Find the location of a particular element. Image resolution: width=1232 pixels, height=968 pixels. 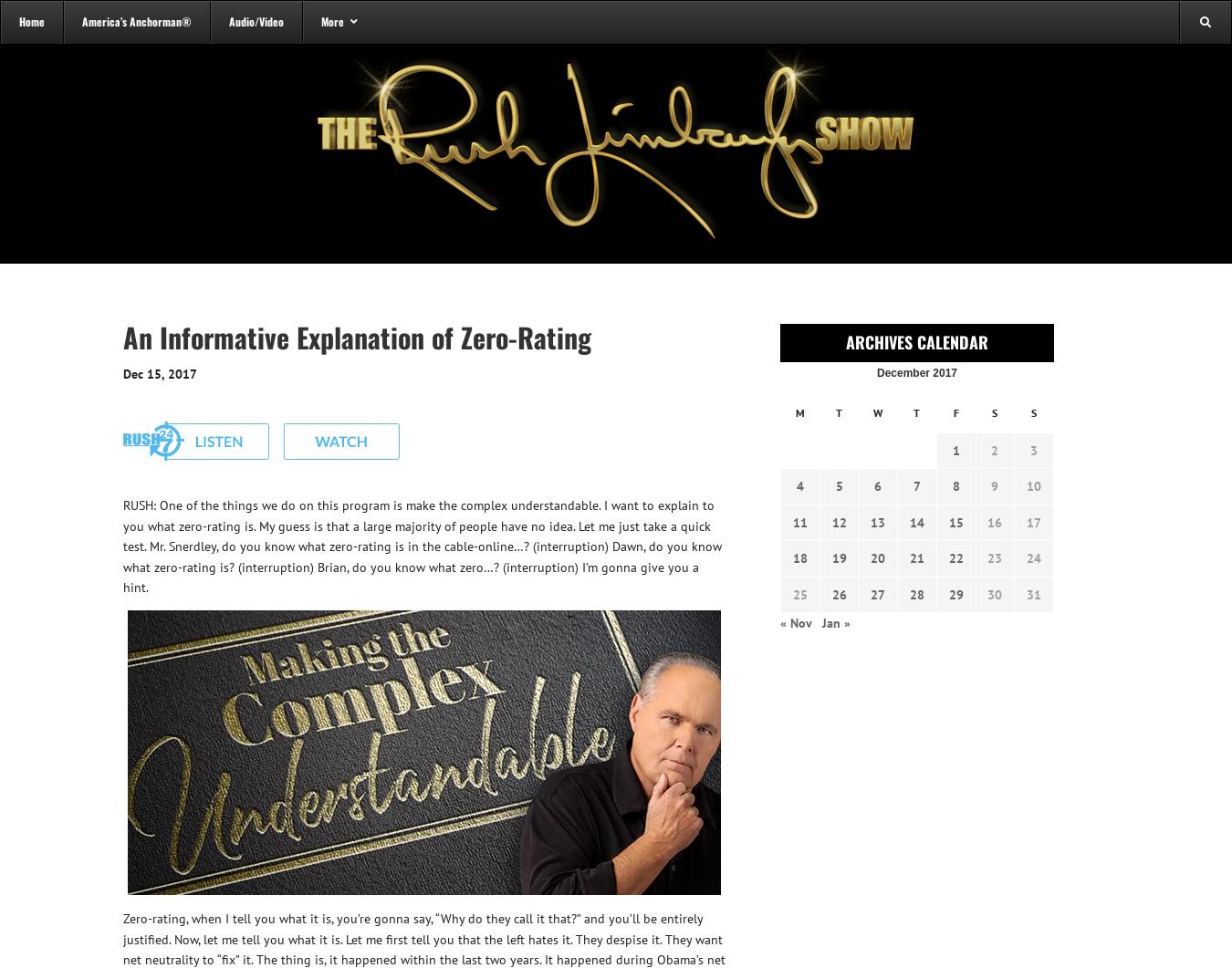

'24' is located at coordinates (1033, 557).